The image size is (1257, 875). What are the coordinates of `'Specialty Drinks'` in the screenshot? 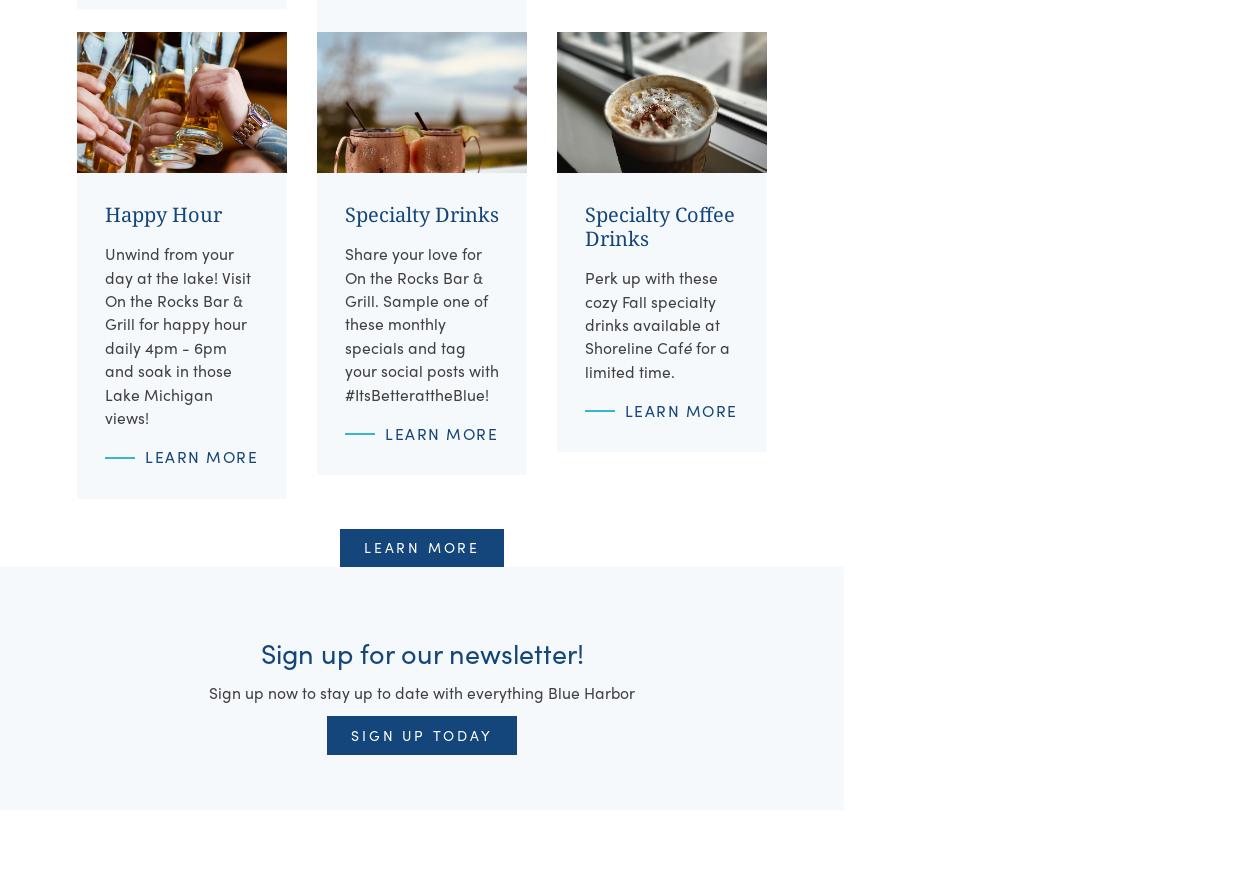 It's located at (421, 214).